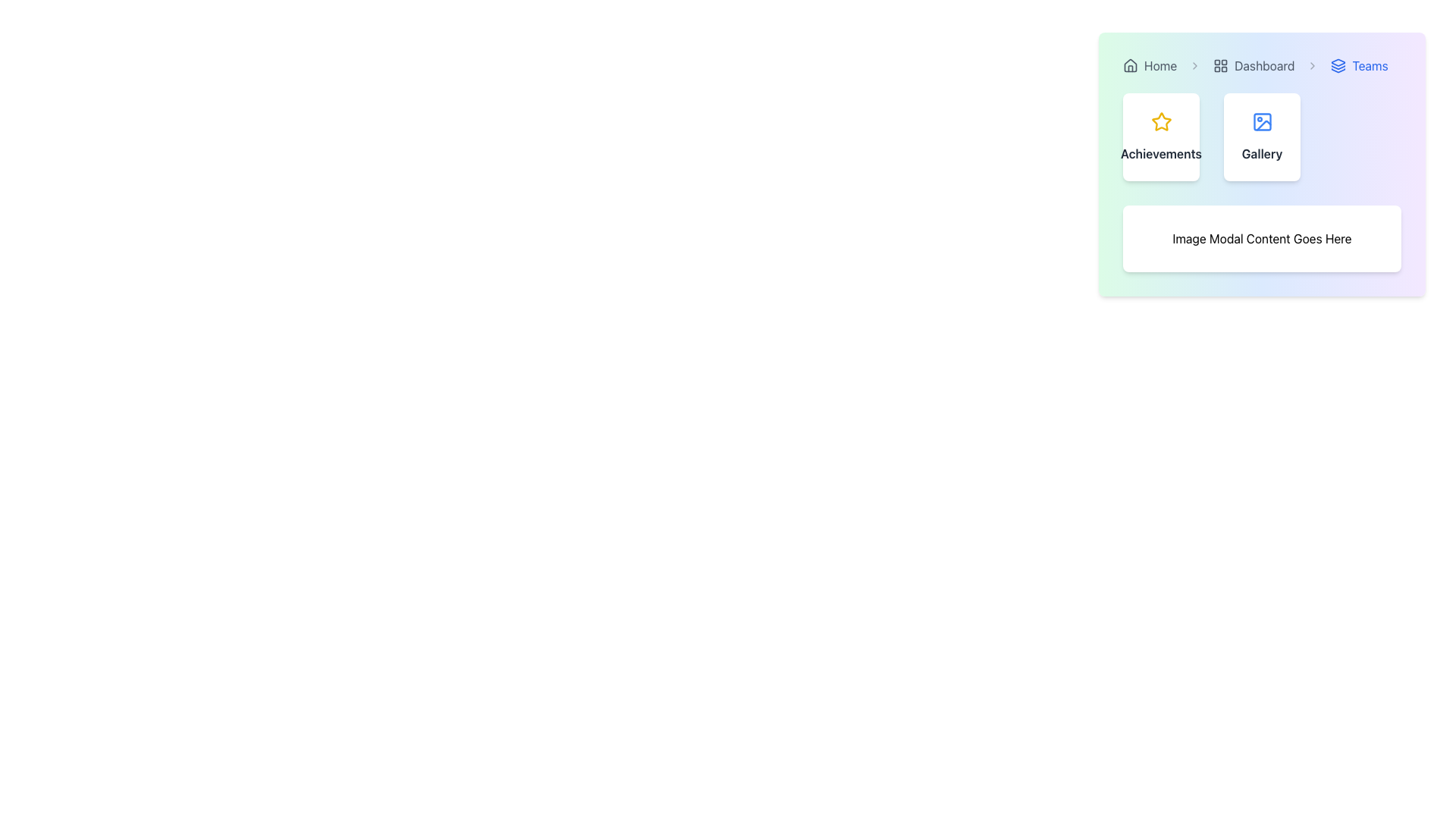  I want to click on the 'Teams' icon in the breadcrumb navigation bar, located at the top-right section of the interface, immediately to the left of the 'Teams' text, so click(1338, 65).